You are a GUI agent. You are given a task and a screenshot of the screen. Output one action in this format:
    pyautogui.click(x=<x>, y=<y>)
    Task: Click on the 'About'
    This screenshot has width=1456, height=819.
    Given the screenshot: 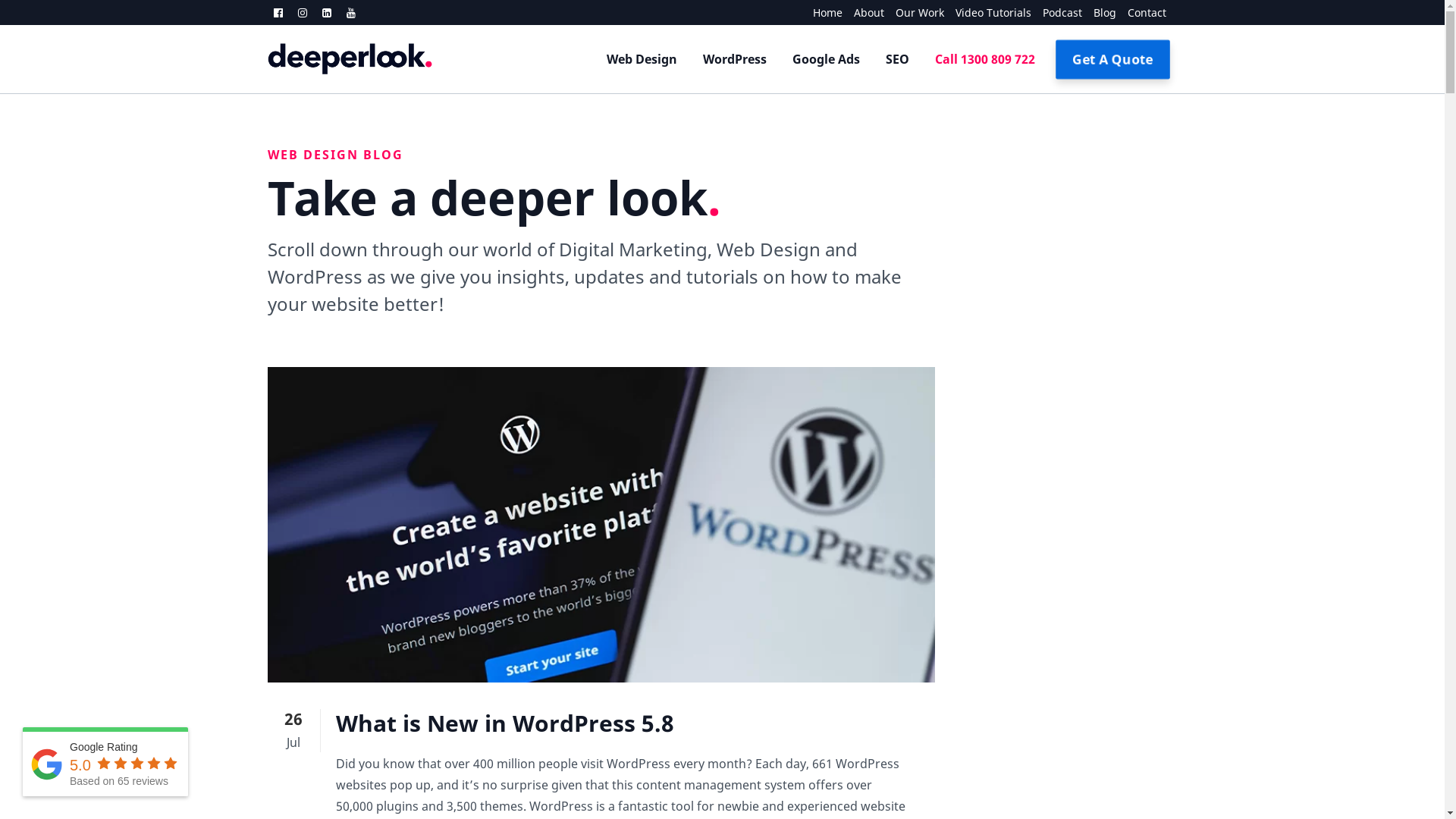 What is the action you would take?
    pyautogui.click(x=840, y=12)
    